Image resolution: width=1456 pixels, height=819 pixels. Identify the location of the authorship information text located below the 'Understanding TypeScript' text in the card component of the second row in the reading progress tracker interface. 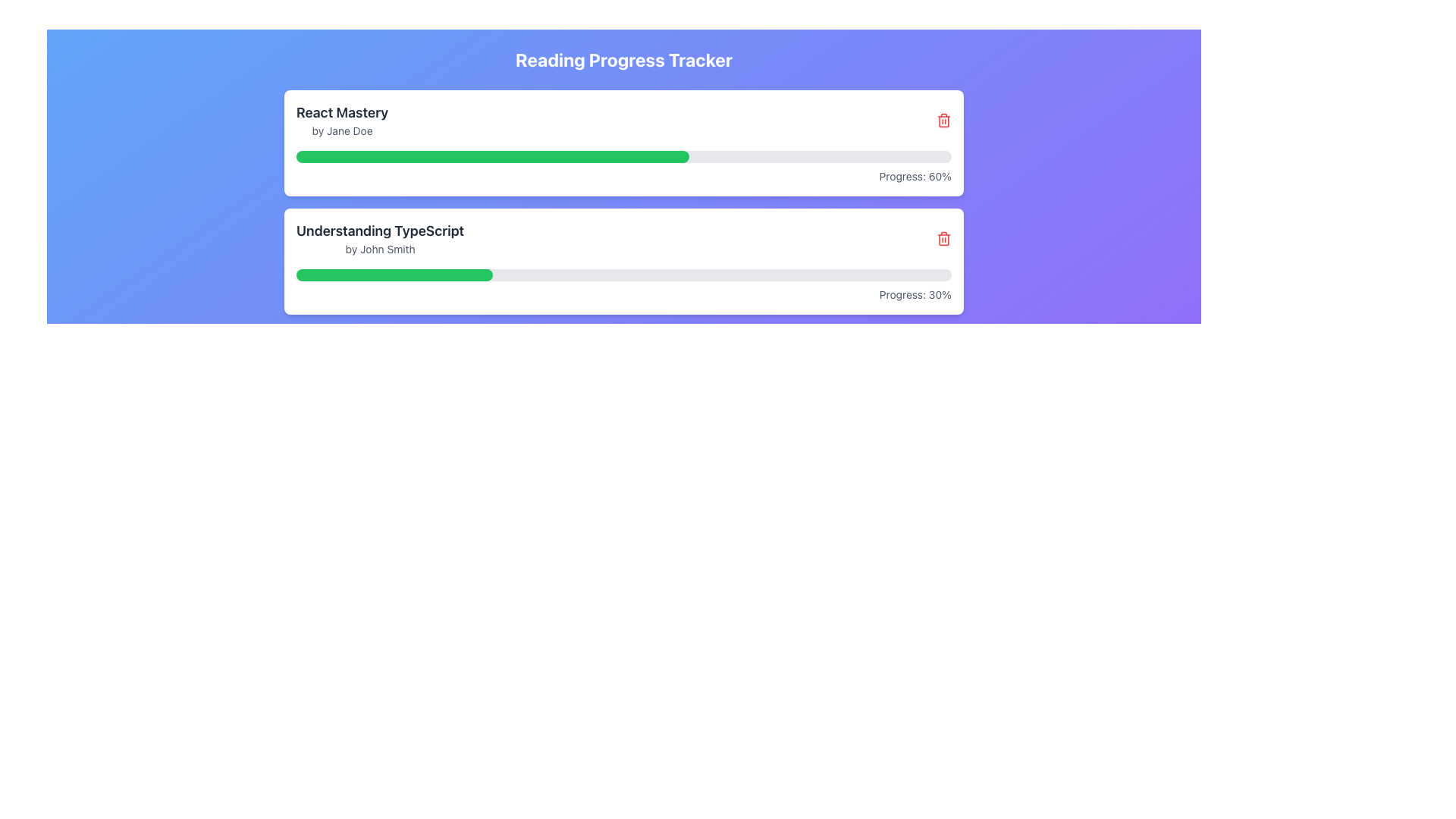
(380, 248).